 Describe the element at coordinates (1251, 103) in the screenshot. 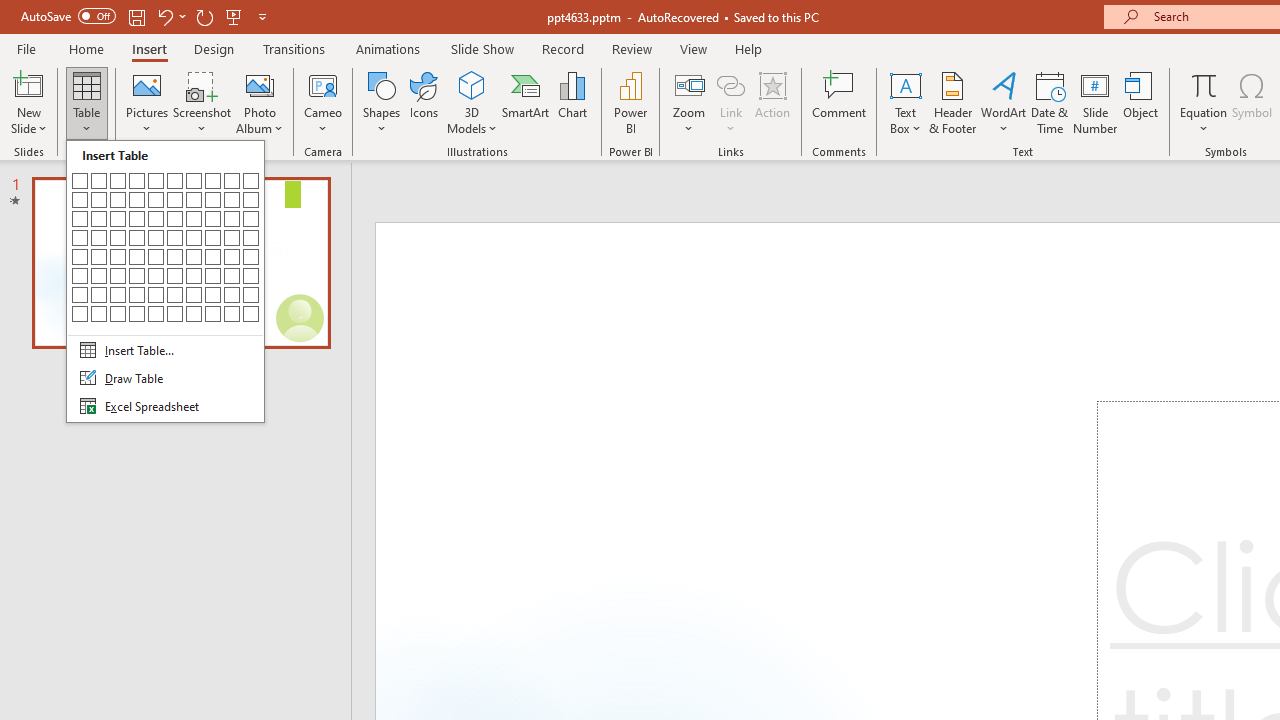

I see `'Symbol...'` at that location.